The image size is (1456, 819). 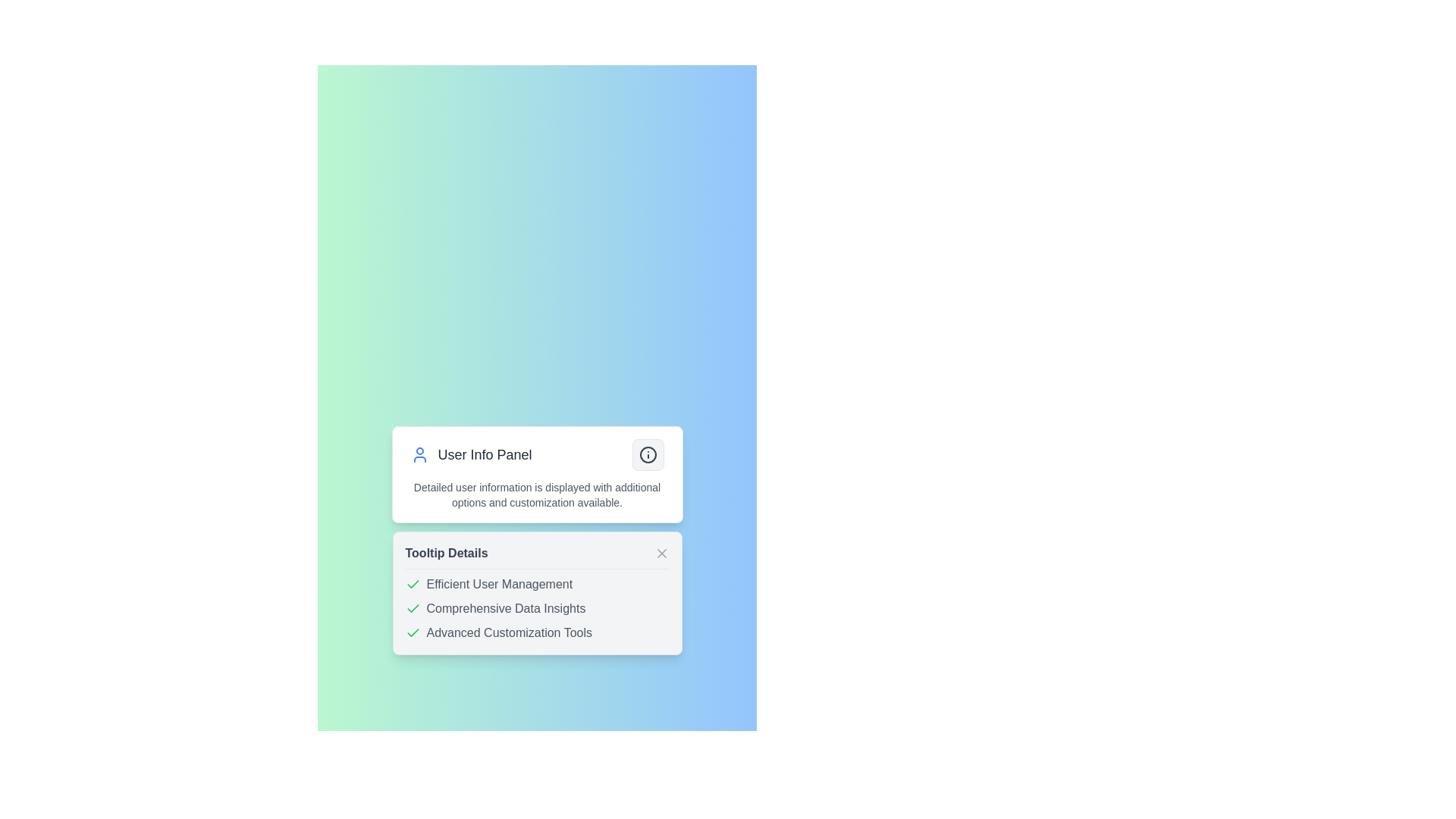 What do you see at coordinates (419, 454) in the screenshot?
I see `the user icon located in the 'User Info Panel' at the far left of the header, next to the descriptive text content` at bounding box center [419, 454].